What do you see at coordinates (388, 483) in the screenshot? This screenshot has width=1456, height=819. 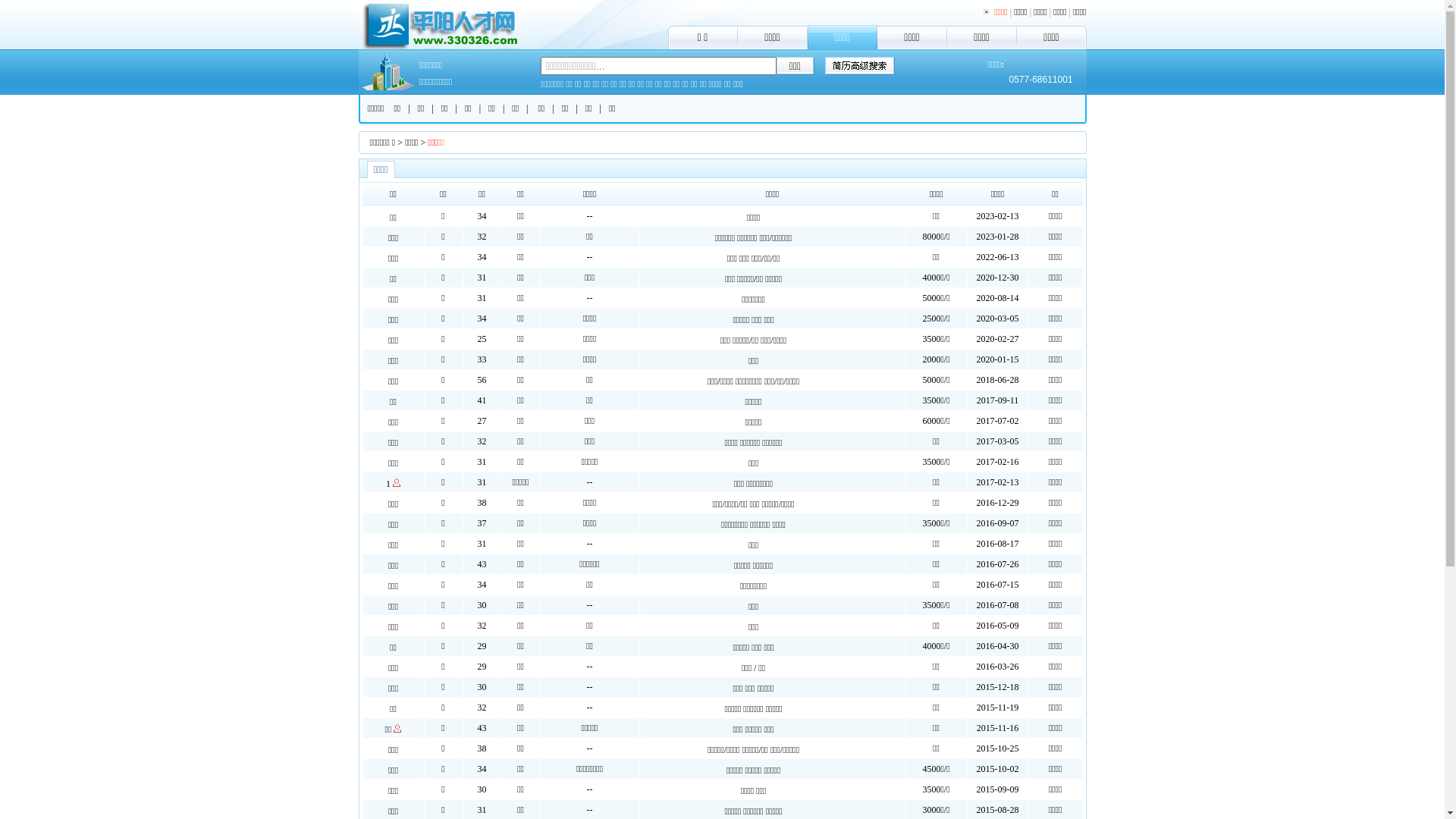 I see `'1'` at bounding box center [388, 483].